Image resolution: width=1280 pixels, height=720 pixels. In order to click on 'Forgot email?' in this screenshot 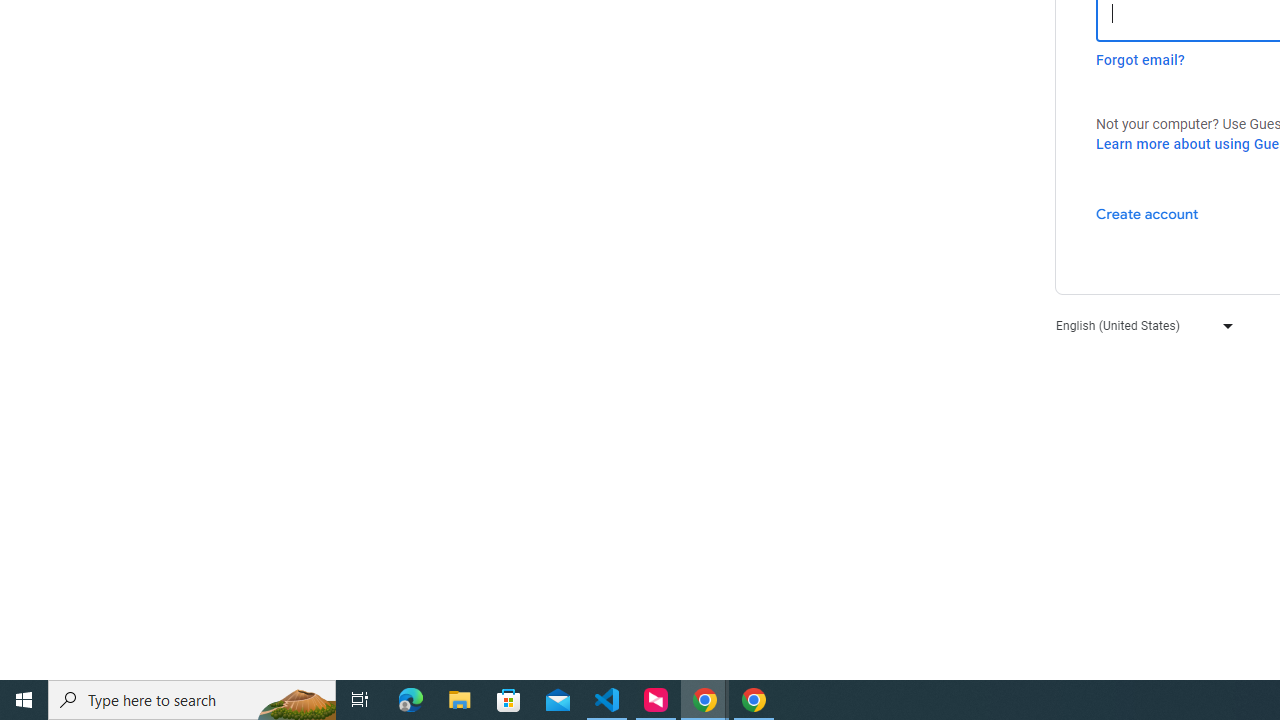, I will do `click(1140, 59)`.